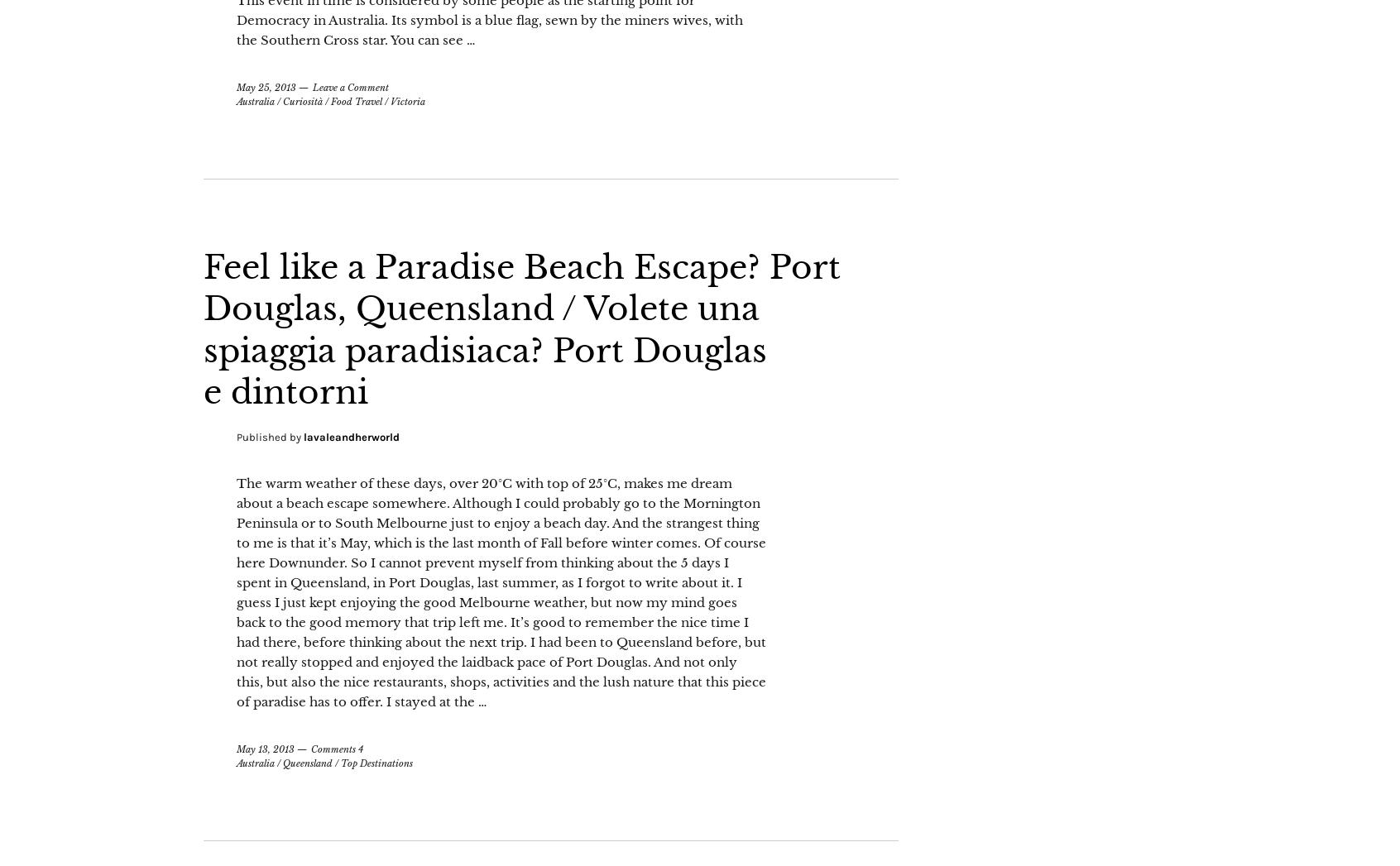  I want to click on 'Feel like a Paradise Beach Escape? Port Douglas, Queensland / Volete una spiaggia paradisiaca? Port Douglas e dintorni', so click(544, 370).